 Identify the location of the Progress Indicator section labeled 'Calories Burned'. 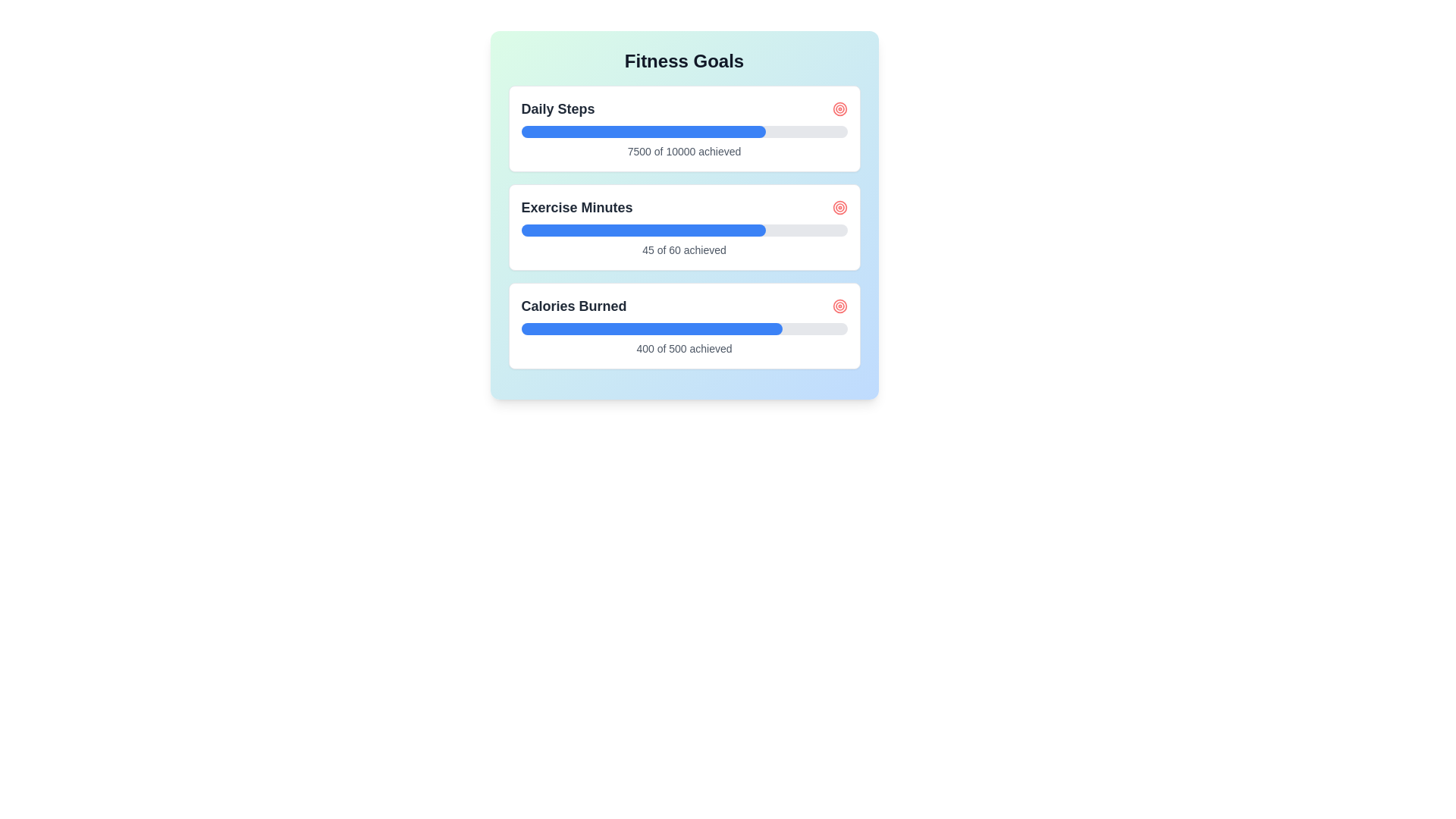
(683, 325).